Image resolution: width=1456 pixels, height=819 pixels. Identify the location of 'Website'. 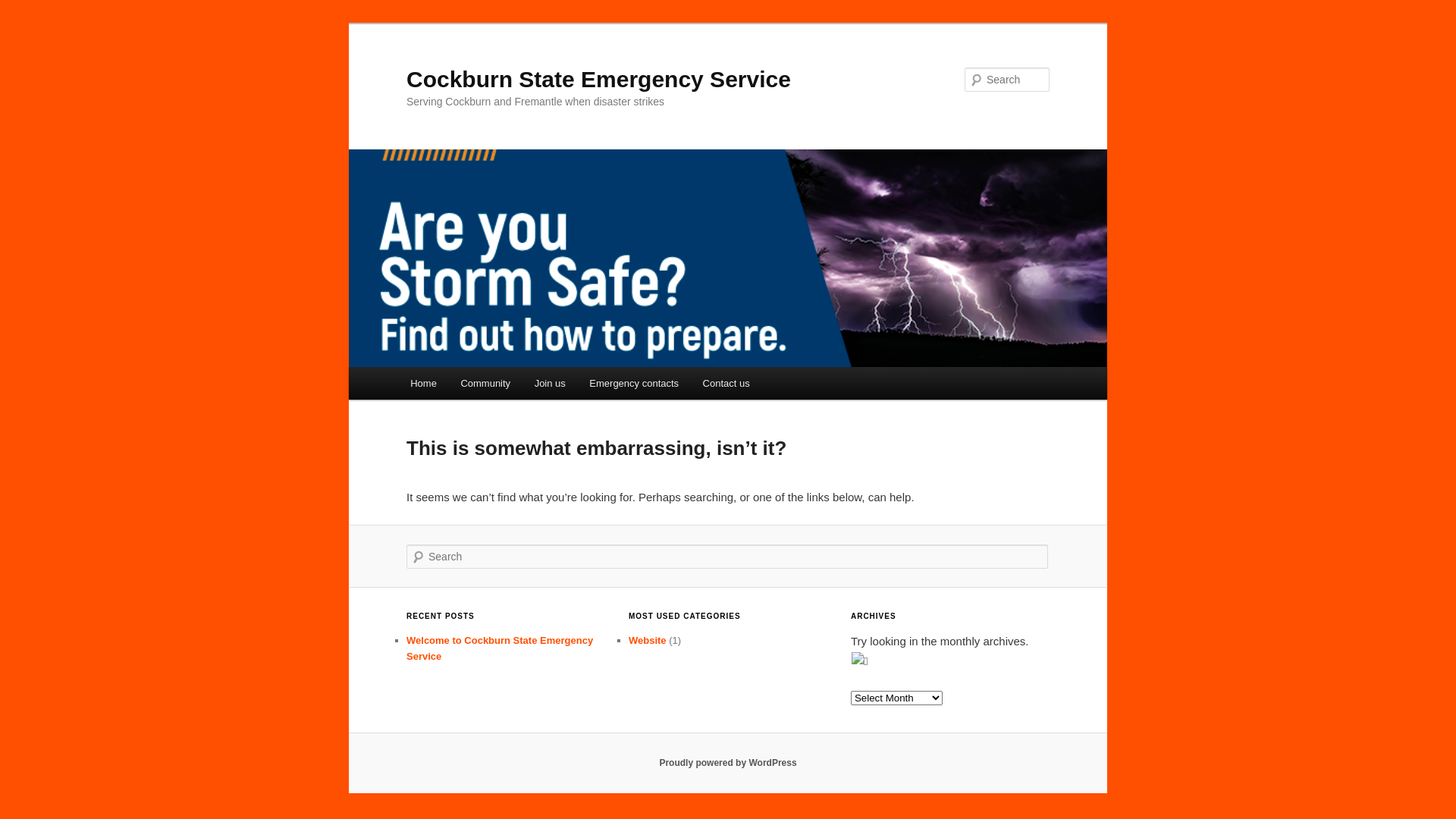
(648, 640).